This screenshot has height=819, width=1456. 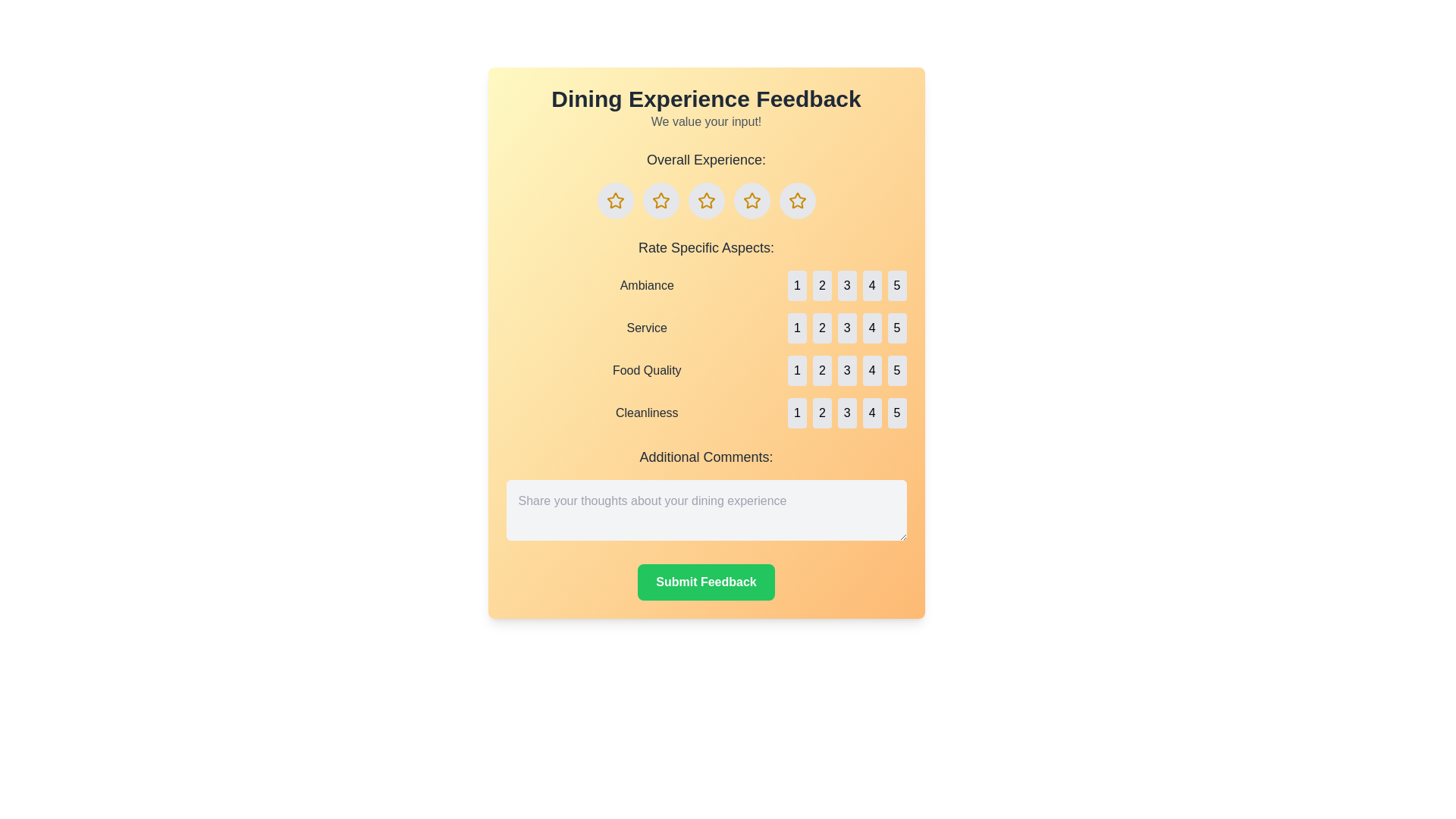 I want to click on the text label displaying 'Overall Experience:' which is styled in bold and serves as a descriptor for the rating stars below it, so click(x=705, y=160).